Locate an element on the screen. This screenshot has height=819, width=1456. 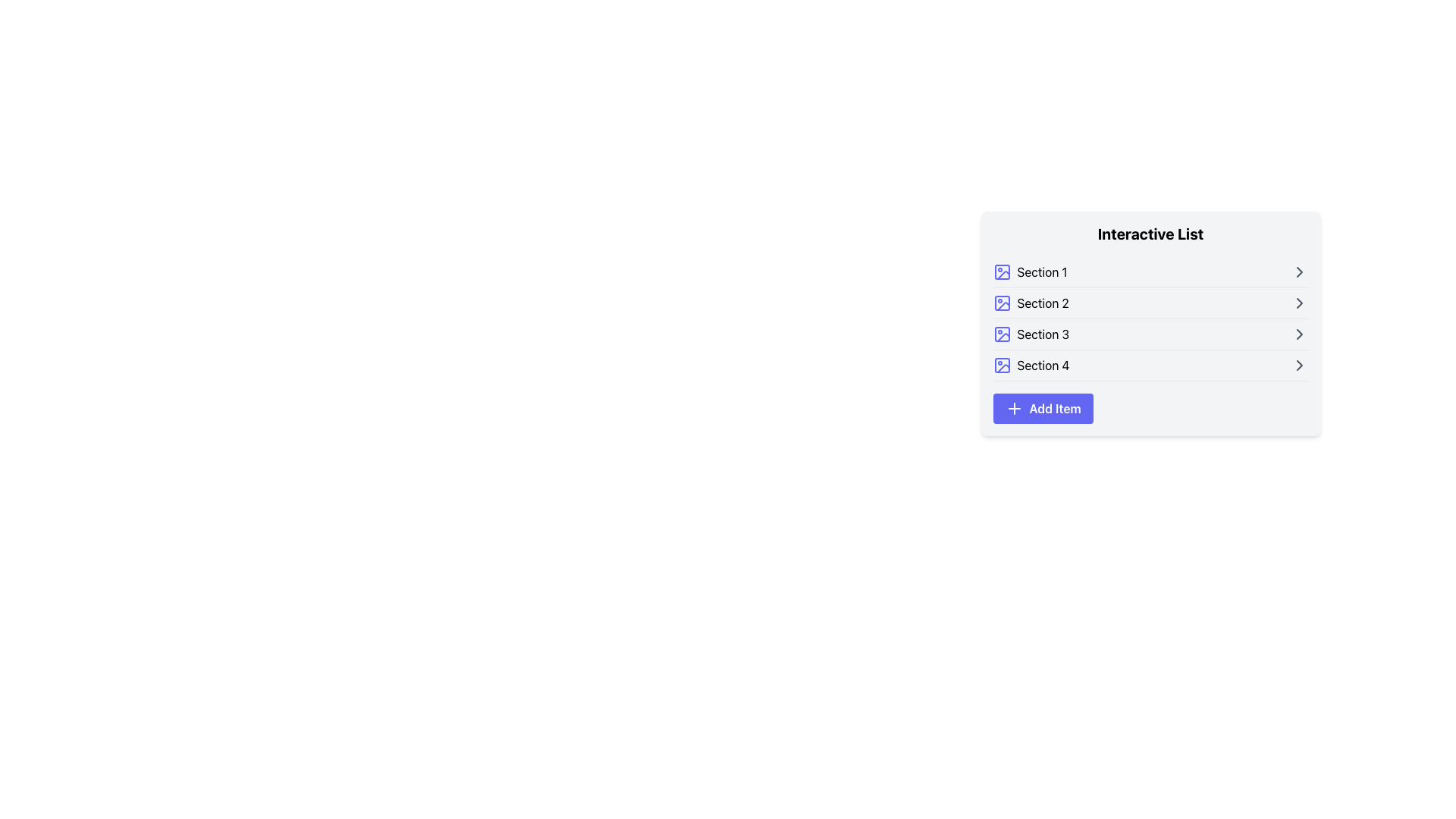
the right-pointing chevron icon that signifies the rightward navigation option for the third list item labeled 'Section 3' in the interactive list is located at coordinates (1298, 333).